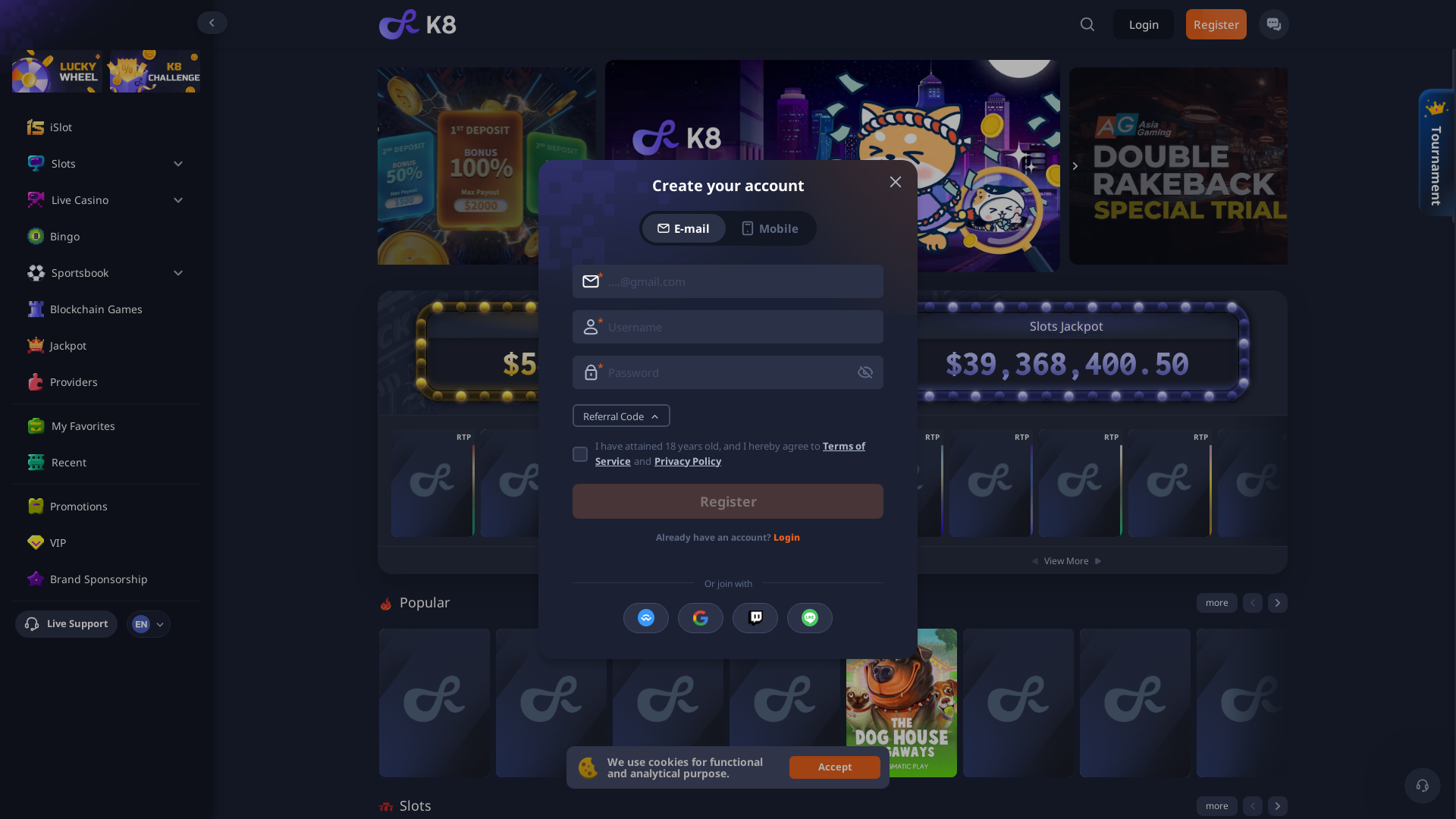  I want to click on 'African Spirit Sticky Wilds', so click(1169, 482).